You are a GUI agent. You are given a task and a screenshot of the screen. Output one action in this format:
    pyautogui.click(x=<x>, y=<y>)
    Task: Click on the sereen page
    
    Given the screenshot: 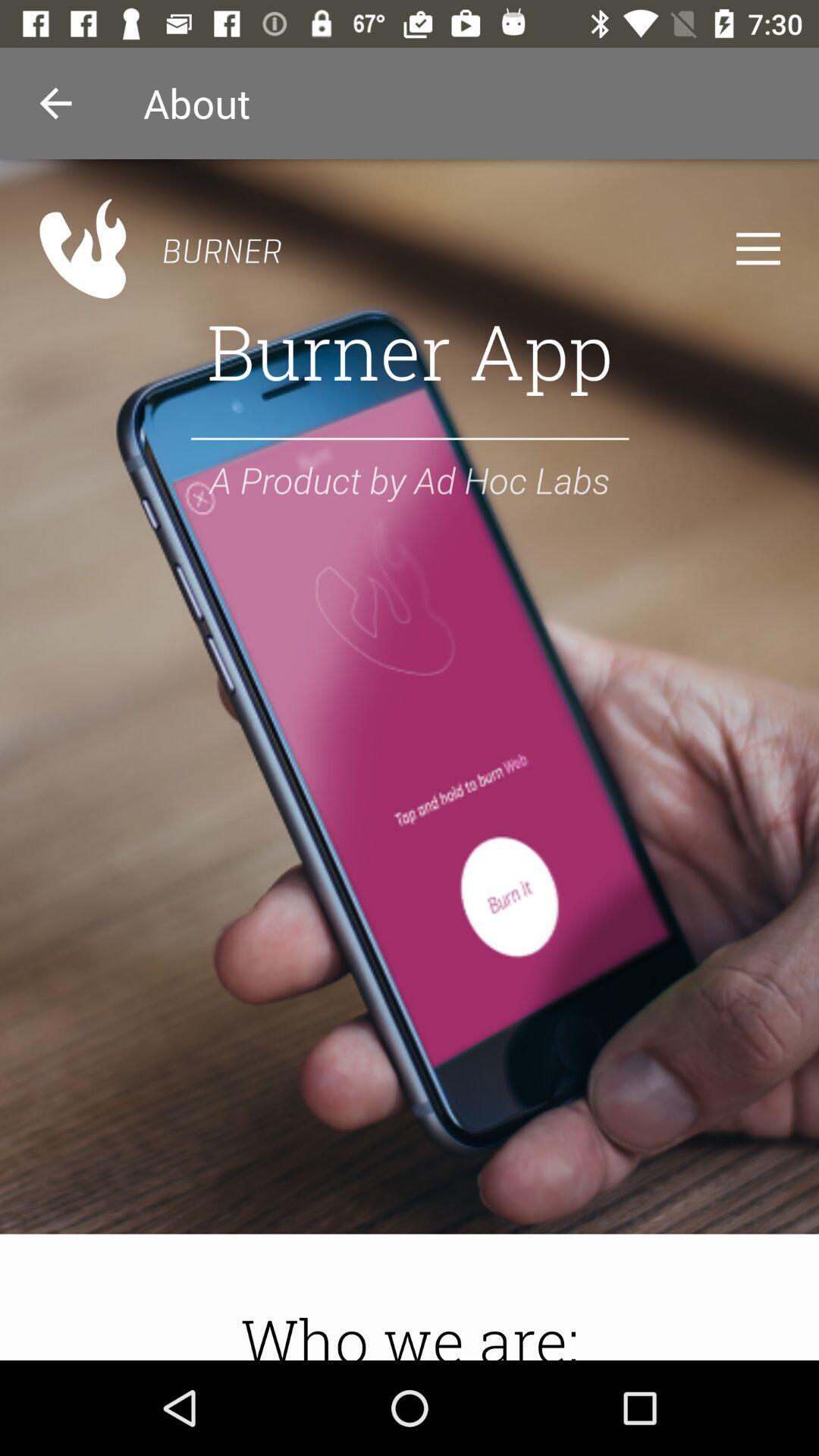 What is the action you would take?
    pyautogui.click(x=409, y=760)
    